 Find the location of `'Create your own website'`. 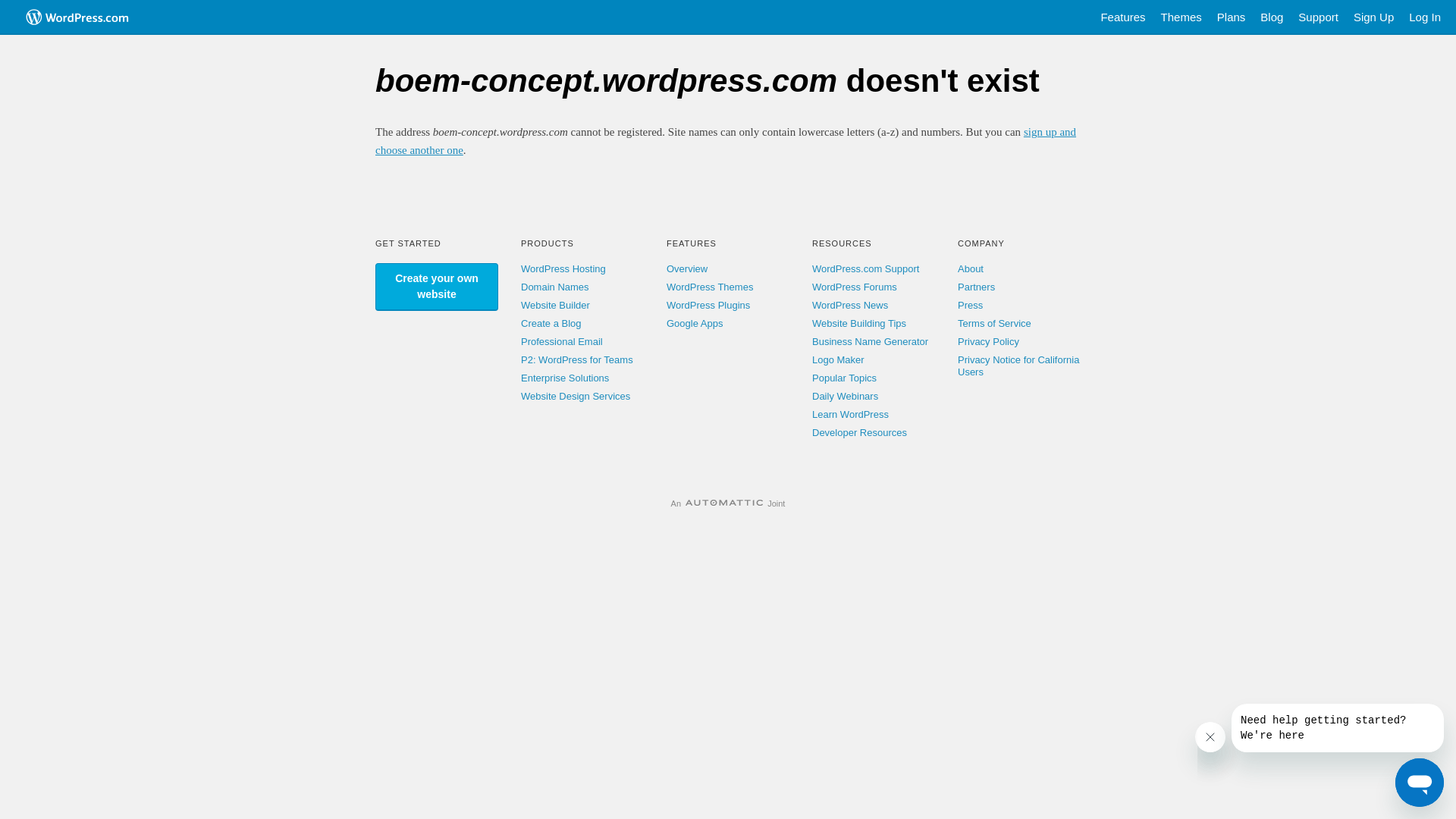

'Create your own website' is located at coordinates (436, 287).